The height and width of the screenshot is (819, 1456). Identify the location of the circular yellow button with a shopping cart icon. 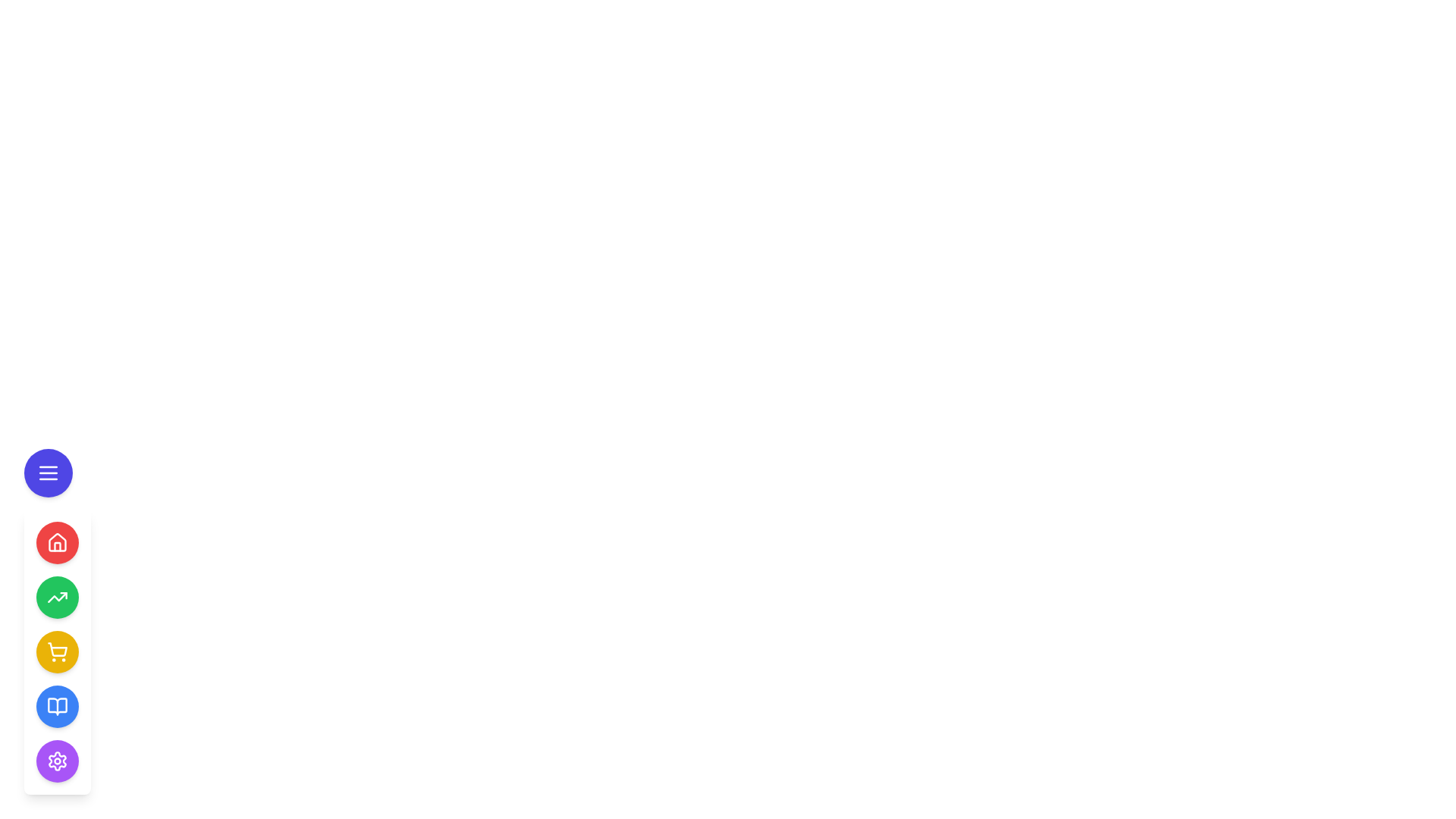
(58, 622).